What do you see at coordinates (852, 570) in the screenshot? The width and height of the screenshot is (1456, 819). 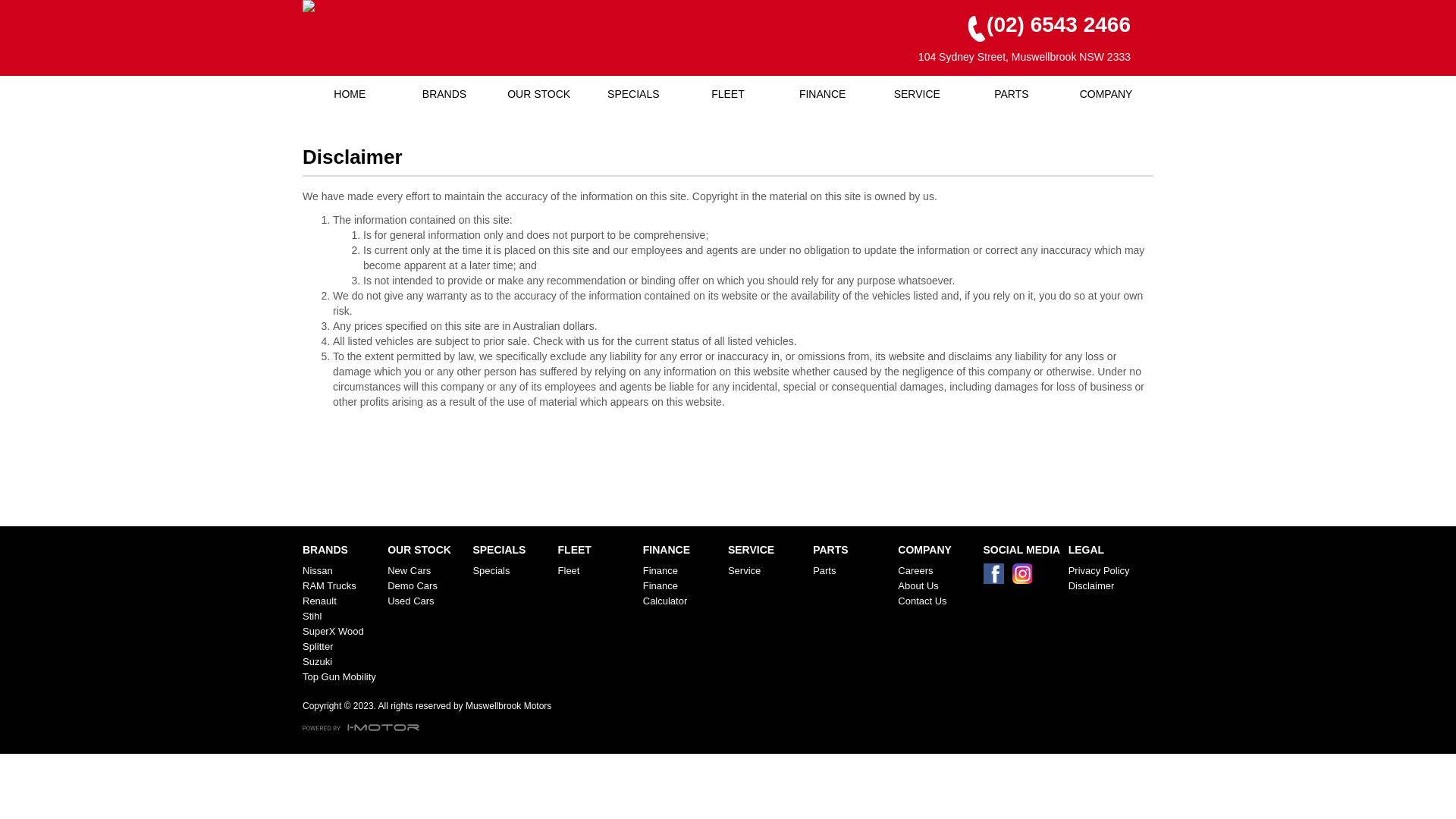 I see `'Parts'` at bounding box center [852, 570].